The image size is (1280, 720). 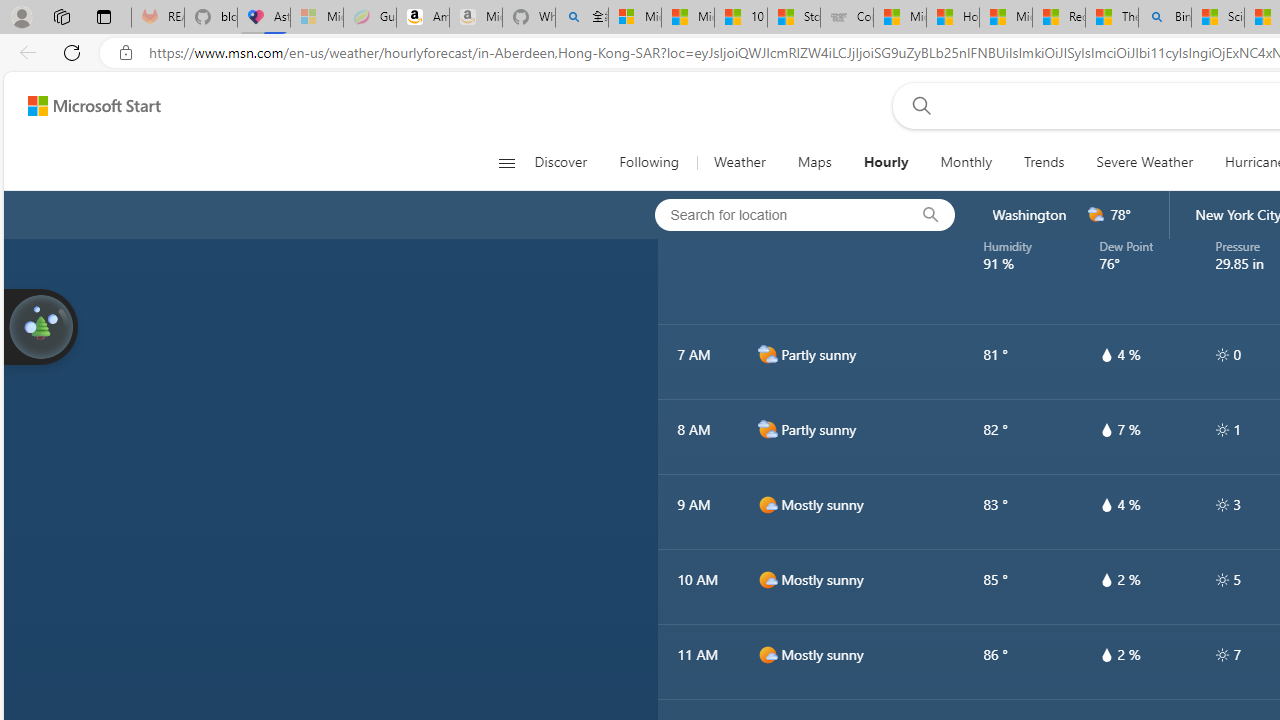 What do you see at coordinates (263, 17) in the screenshot?
I see `'Asthma Inhalers: Names and Types'` at bounding box center [263, 17].